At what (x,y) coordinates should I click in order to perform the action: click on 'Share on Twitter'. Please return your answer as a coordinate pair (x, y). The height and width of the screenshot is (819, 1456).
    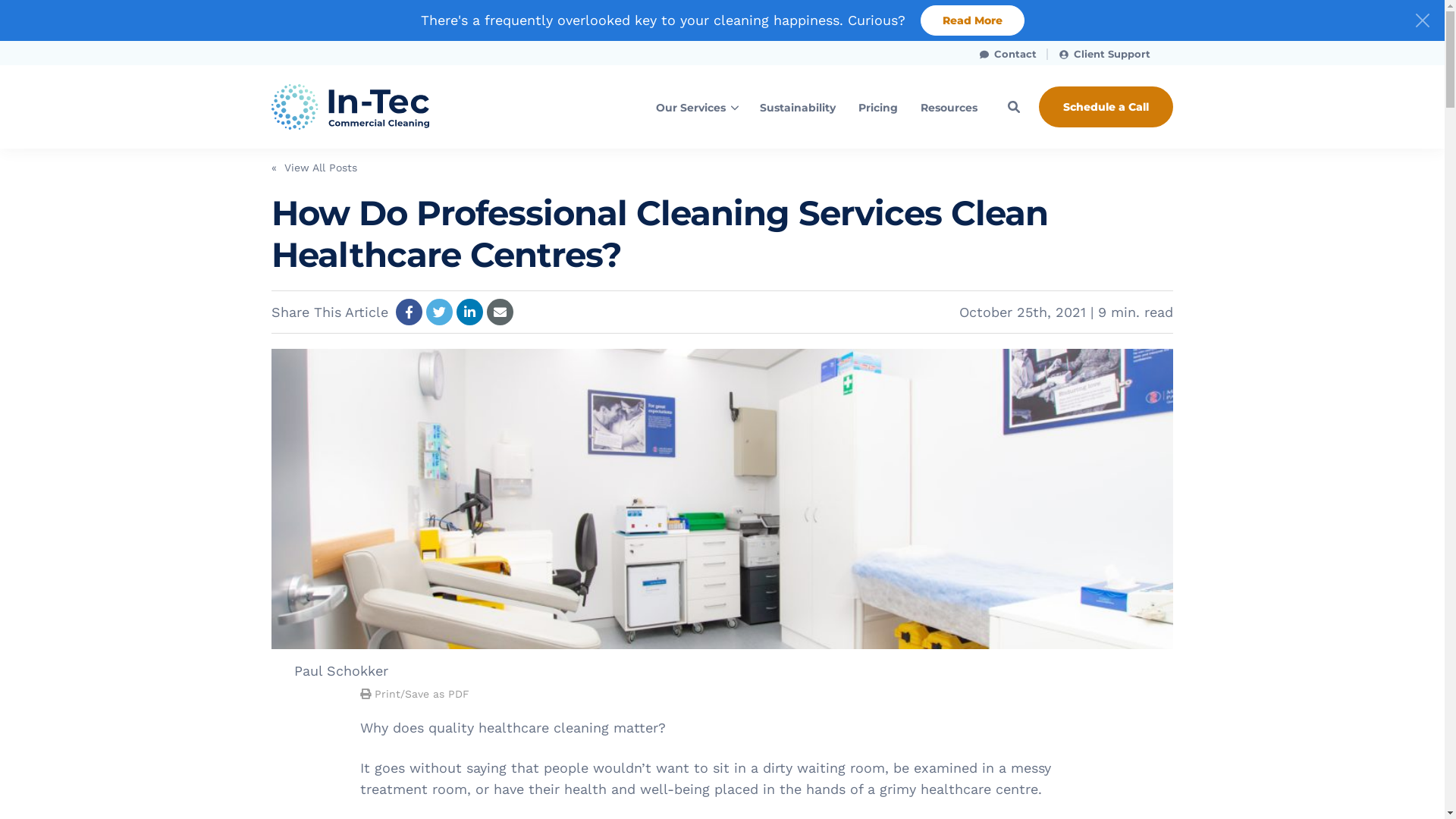
    Looking at the image, I should click on (438, 311).